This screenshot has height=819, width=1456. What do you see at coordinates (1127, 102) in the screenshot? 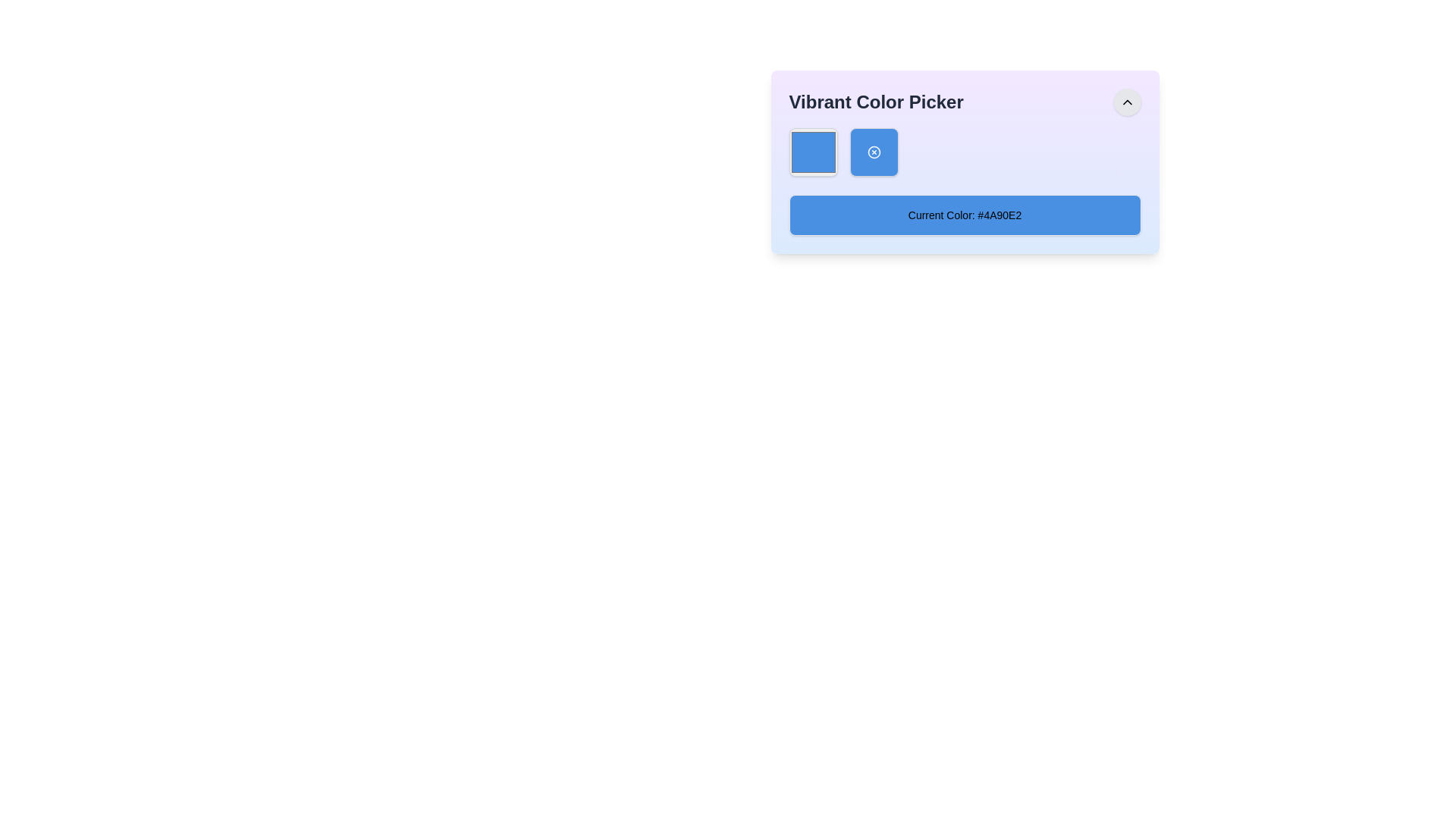
I see `the upward navigation icon located in the top-right corner of the rounded grey button` at bounding box center [1127, 102].